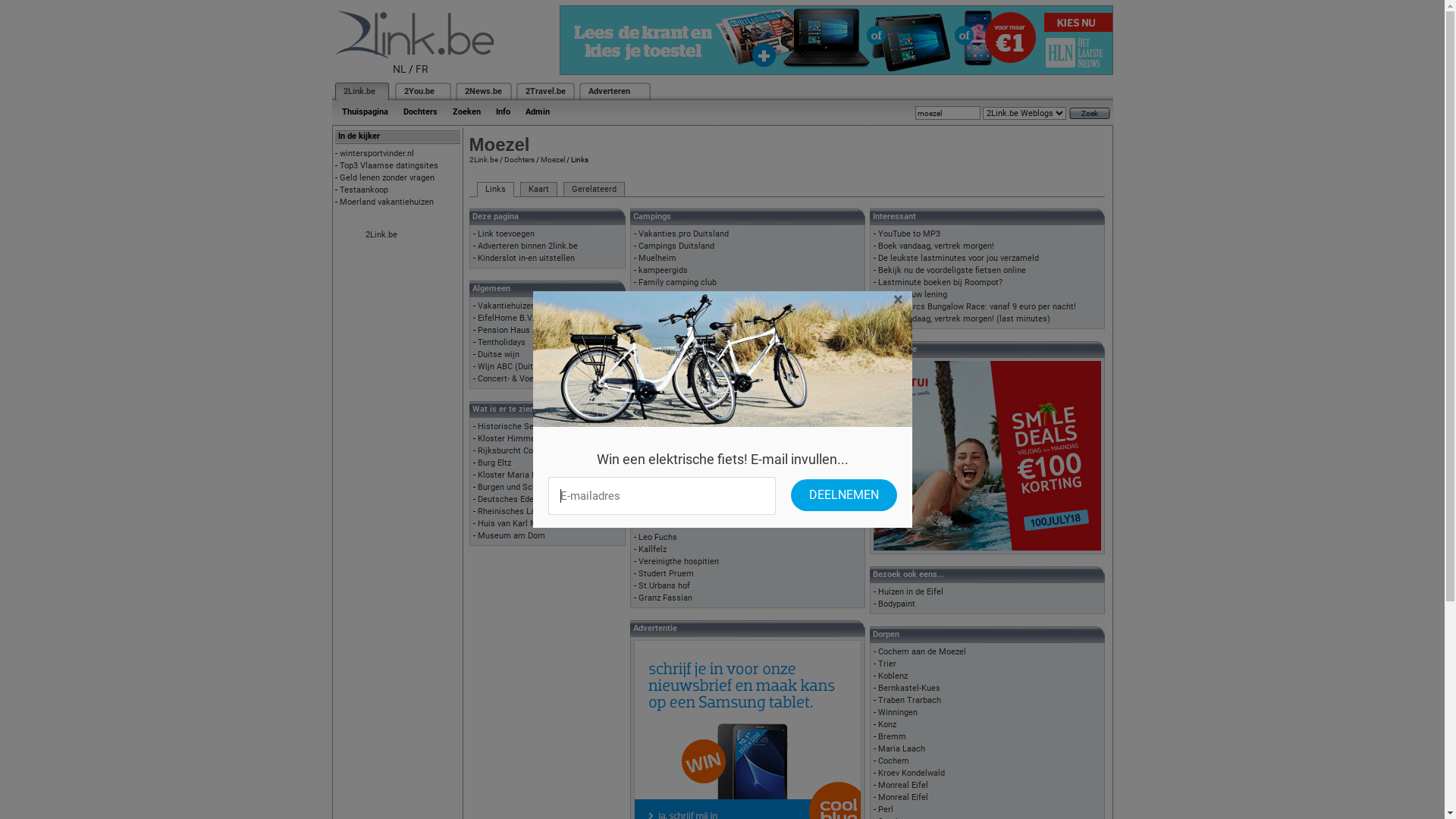  Describe the element at coordinates (677, 561) in the screenshot. I see `'Vereinigthe hospitien'` at that location.